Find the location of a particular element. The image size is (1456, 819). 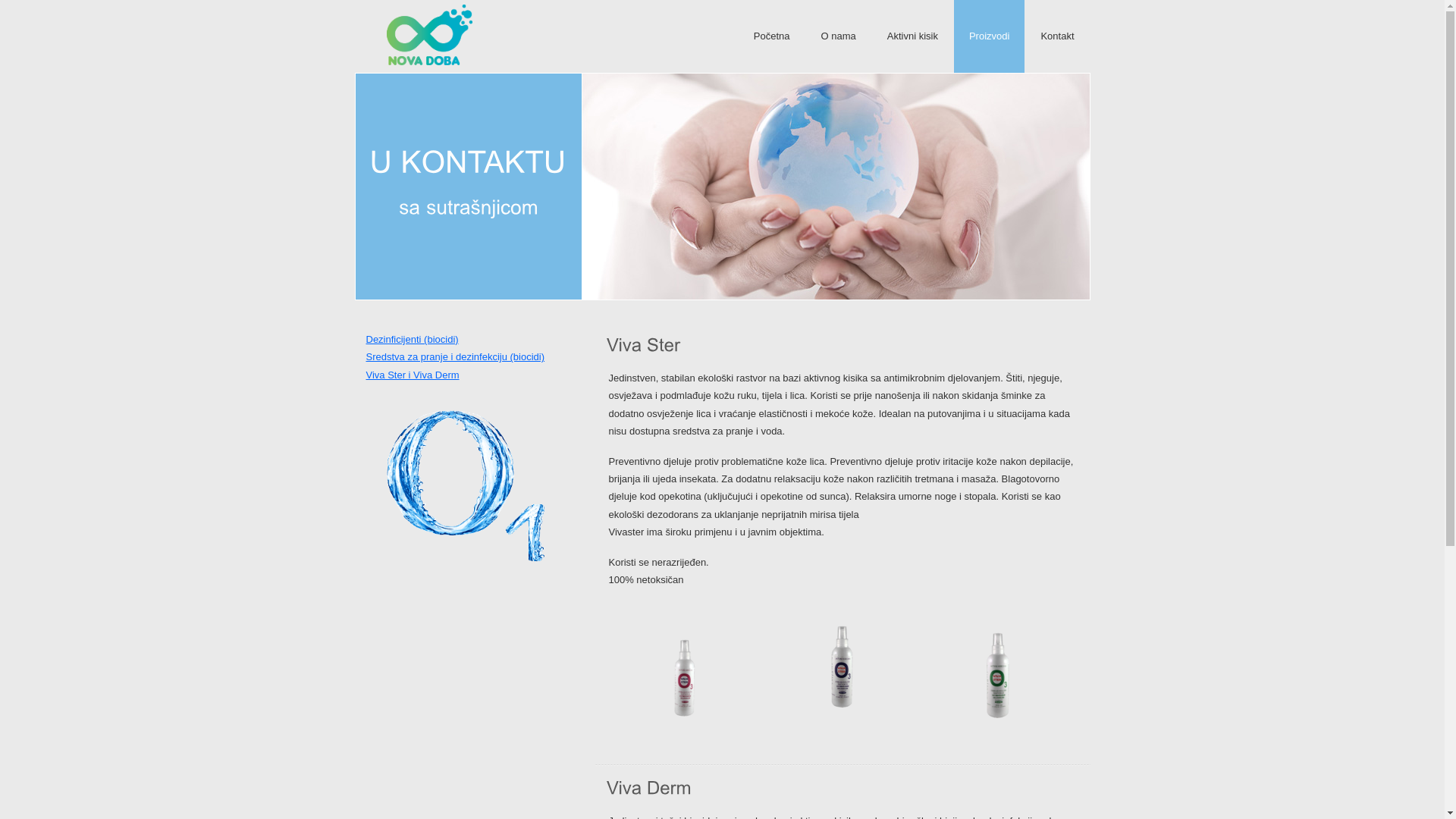

'Dezinficijenti (biocidi)' is located at coordinates (411, 338).